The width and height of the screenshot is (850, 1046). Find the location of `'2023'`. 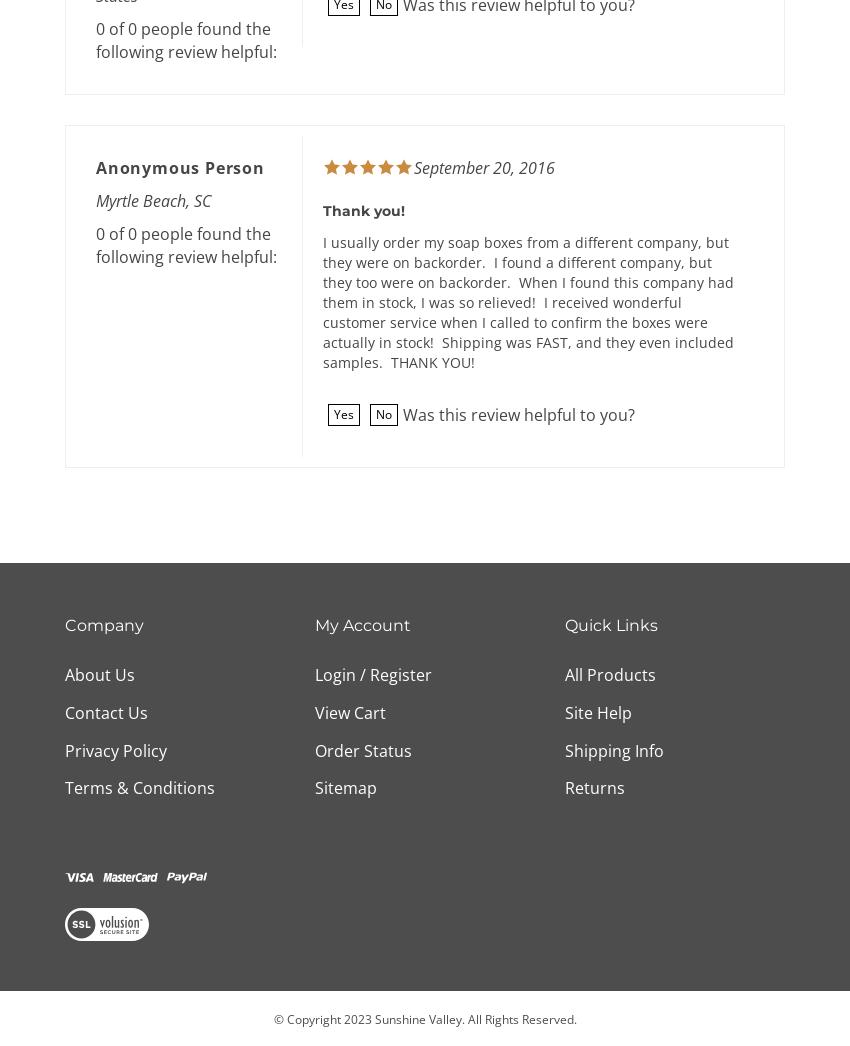

'2023' is located at coordinates (356, 1019).